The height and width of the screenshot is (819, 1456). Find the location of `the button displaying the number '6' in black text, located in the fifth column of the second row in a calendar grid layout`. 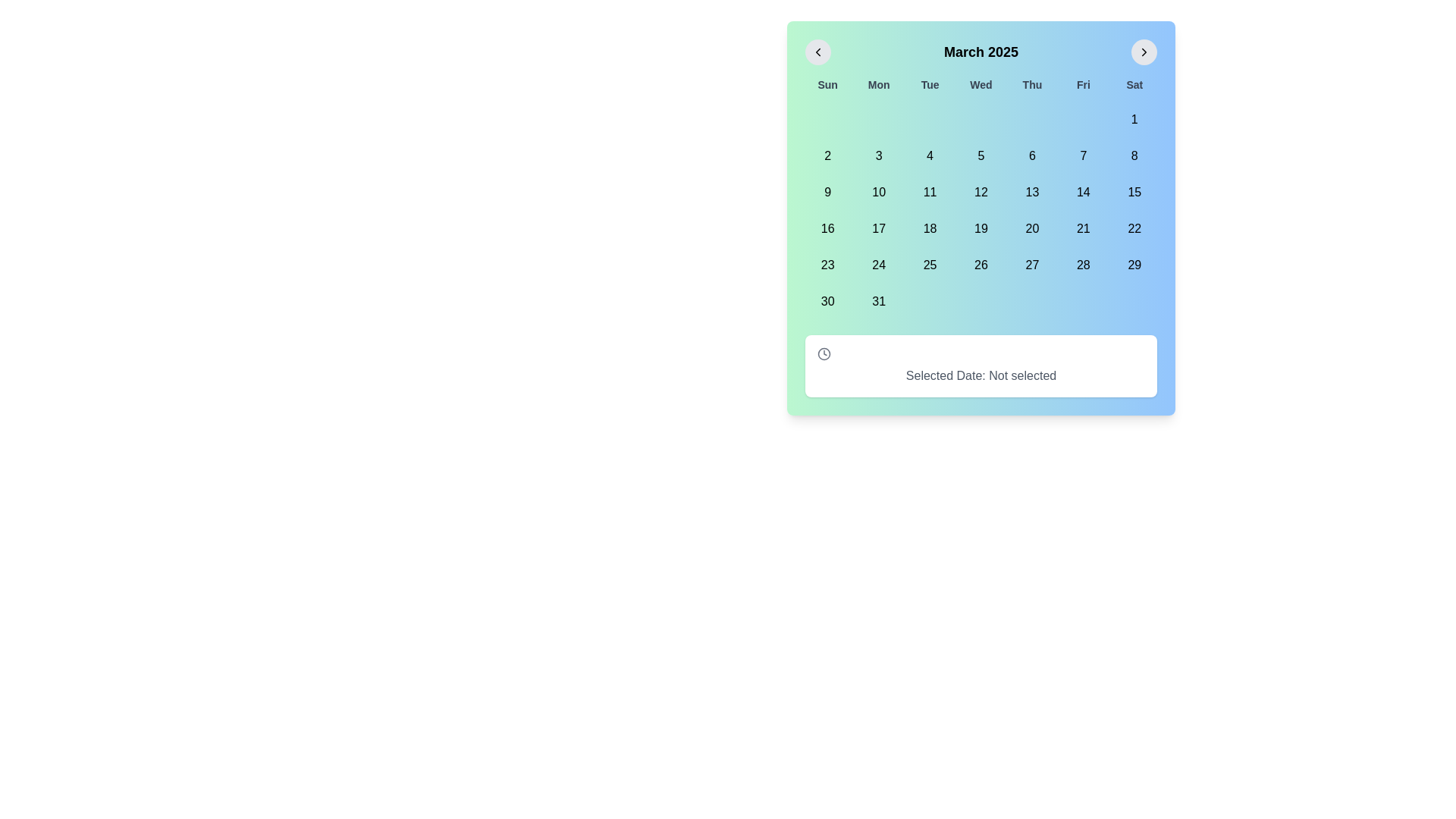

the button displaying the number '6' in black text, located in the fifth column of the second row in a calendar grid layout is located at coordinates (1031, 155).